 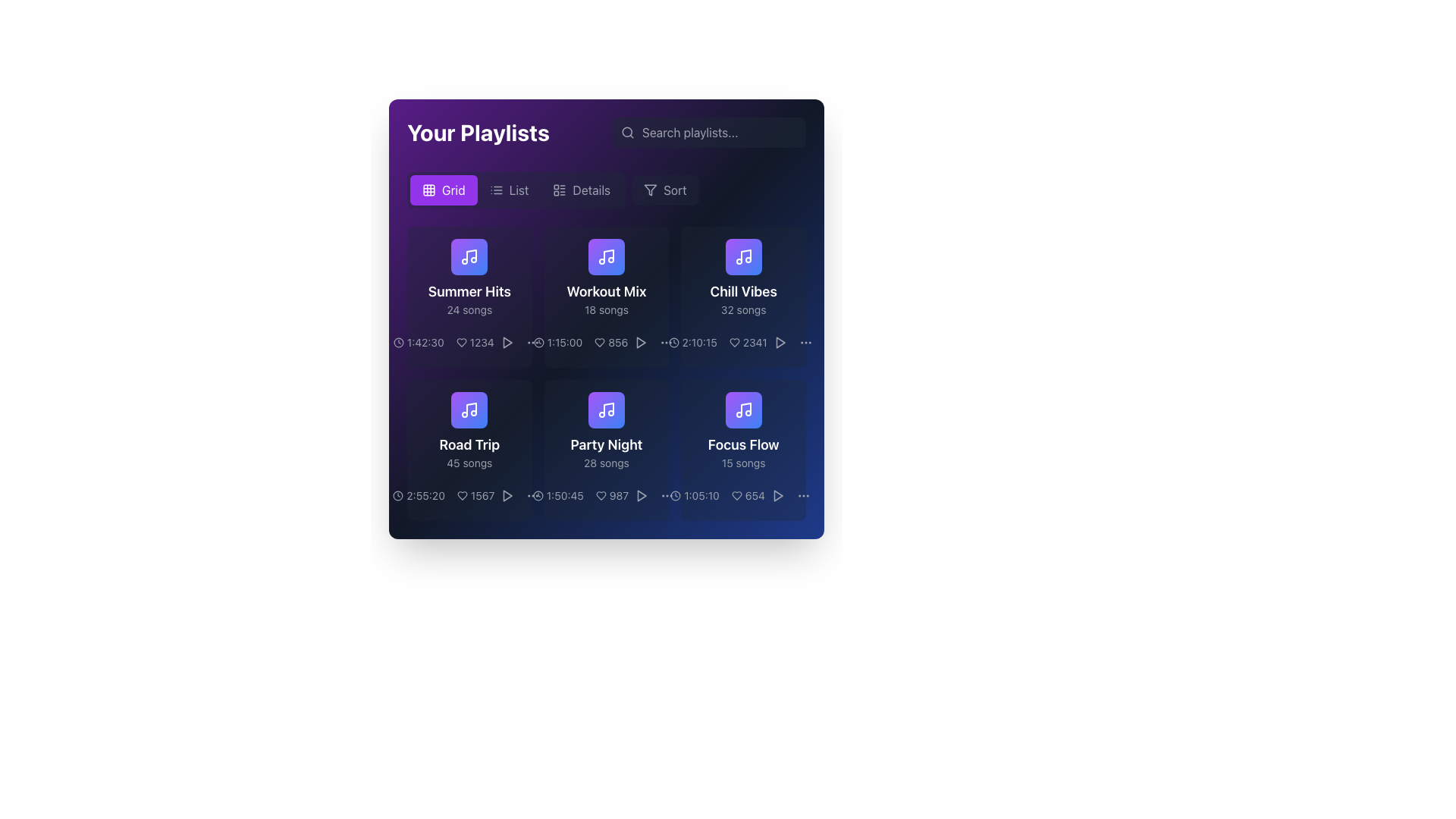 What do you see at coordinates (538, 342) in the screenshot?
I see `the small circular clock icon in the second row and first column of the playlist grid view, next to the duration label '1:15:00' for the 'Workout Mix' playlist` at bounding box center [538, 342].